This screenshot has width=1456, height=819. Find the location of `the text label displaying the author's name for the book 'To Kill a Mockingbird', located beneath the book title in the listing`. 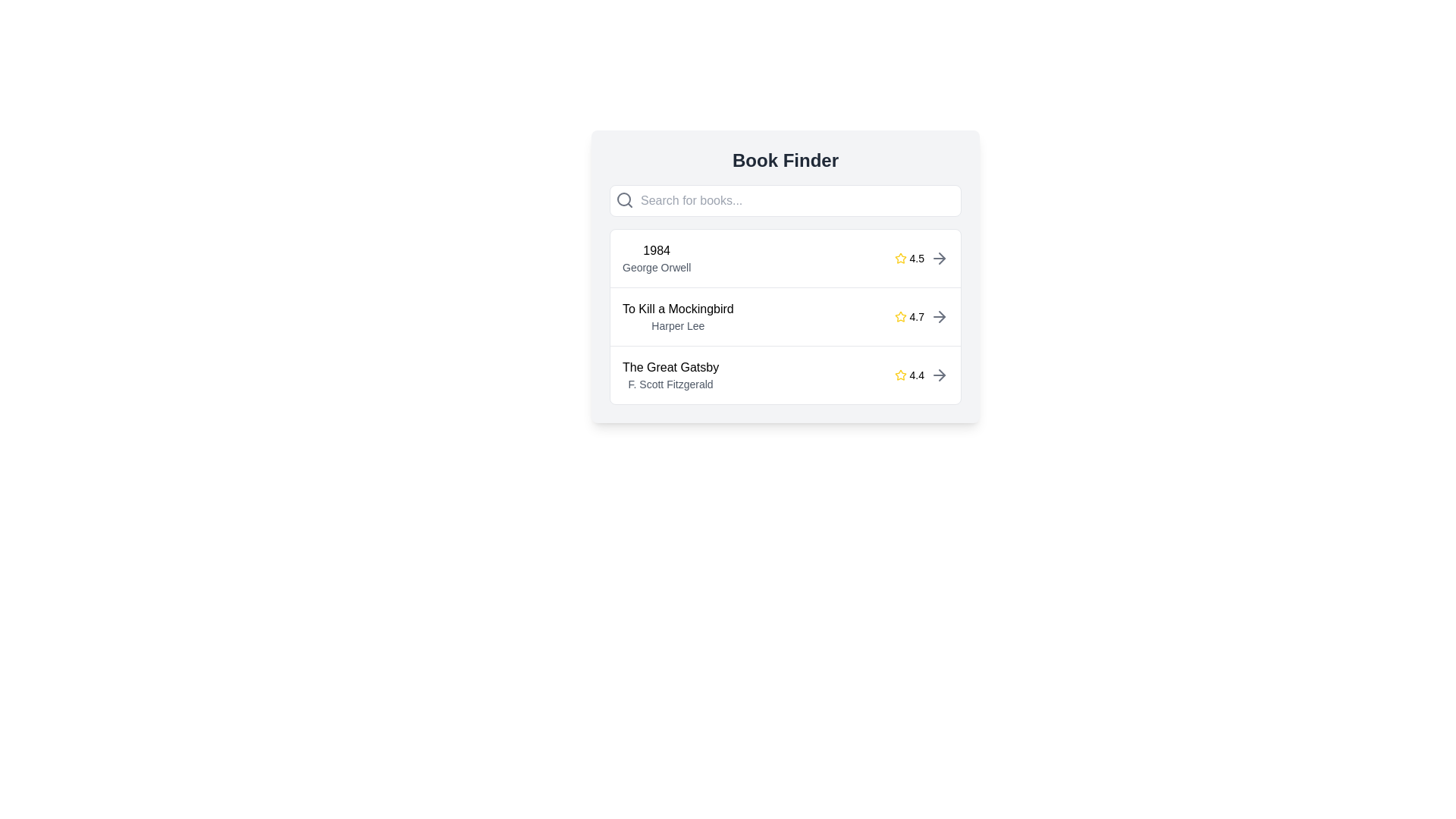

the text label displaying the author's name for the book 'To Kill a Mockingbird', located beneath the book title in the listing is located at coordinates (677, 325).